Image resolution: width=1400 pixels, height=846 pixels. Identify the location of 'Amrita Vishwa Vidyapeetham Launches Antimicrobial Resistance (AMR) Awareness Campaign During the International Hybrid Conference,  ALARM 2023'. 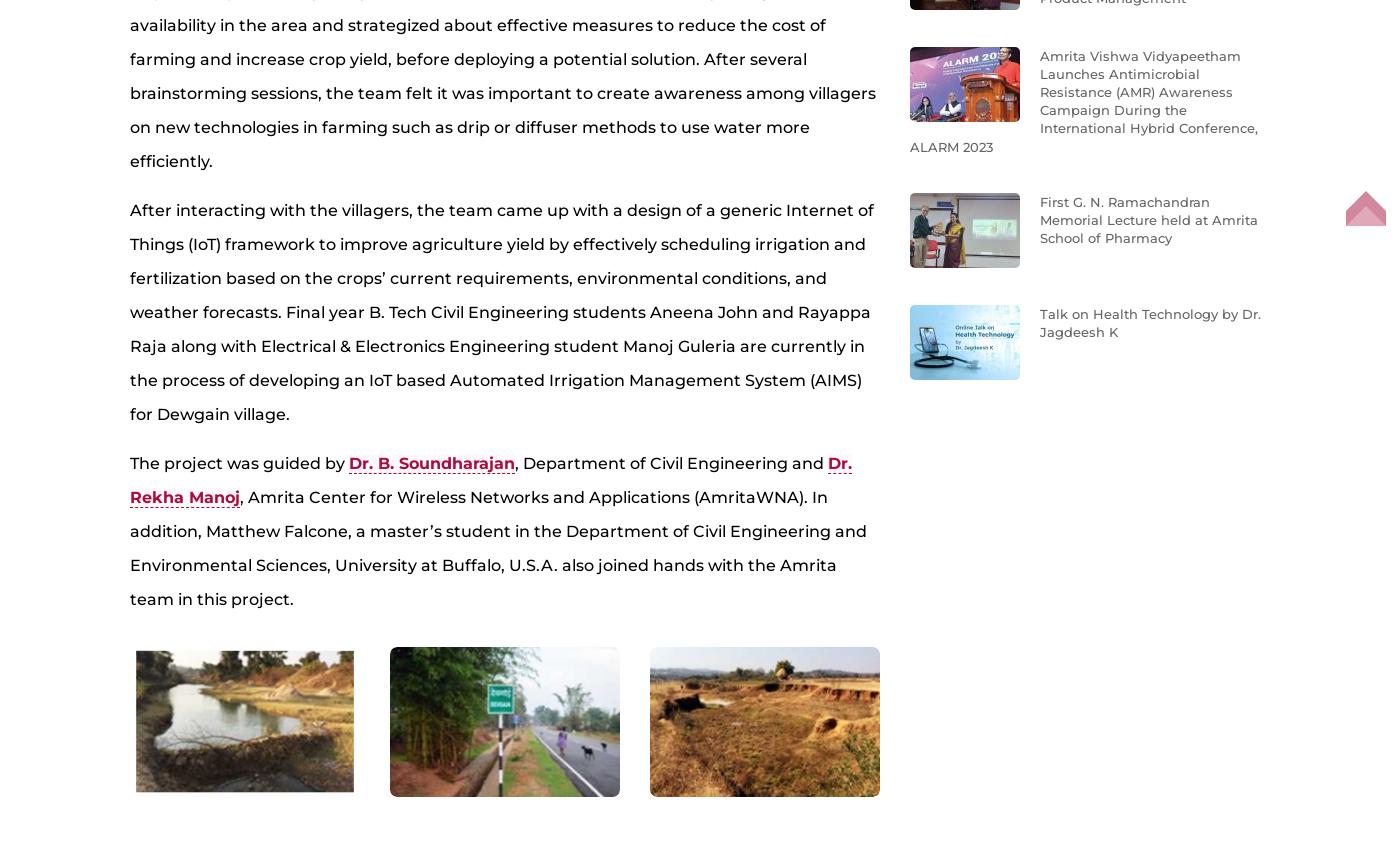
(1084, 100).